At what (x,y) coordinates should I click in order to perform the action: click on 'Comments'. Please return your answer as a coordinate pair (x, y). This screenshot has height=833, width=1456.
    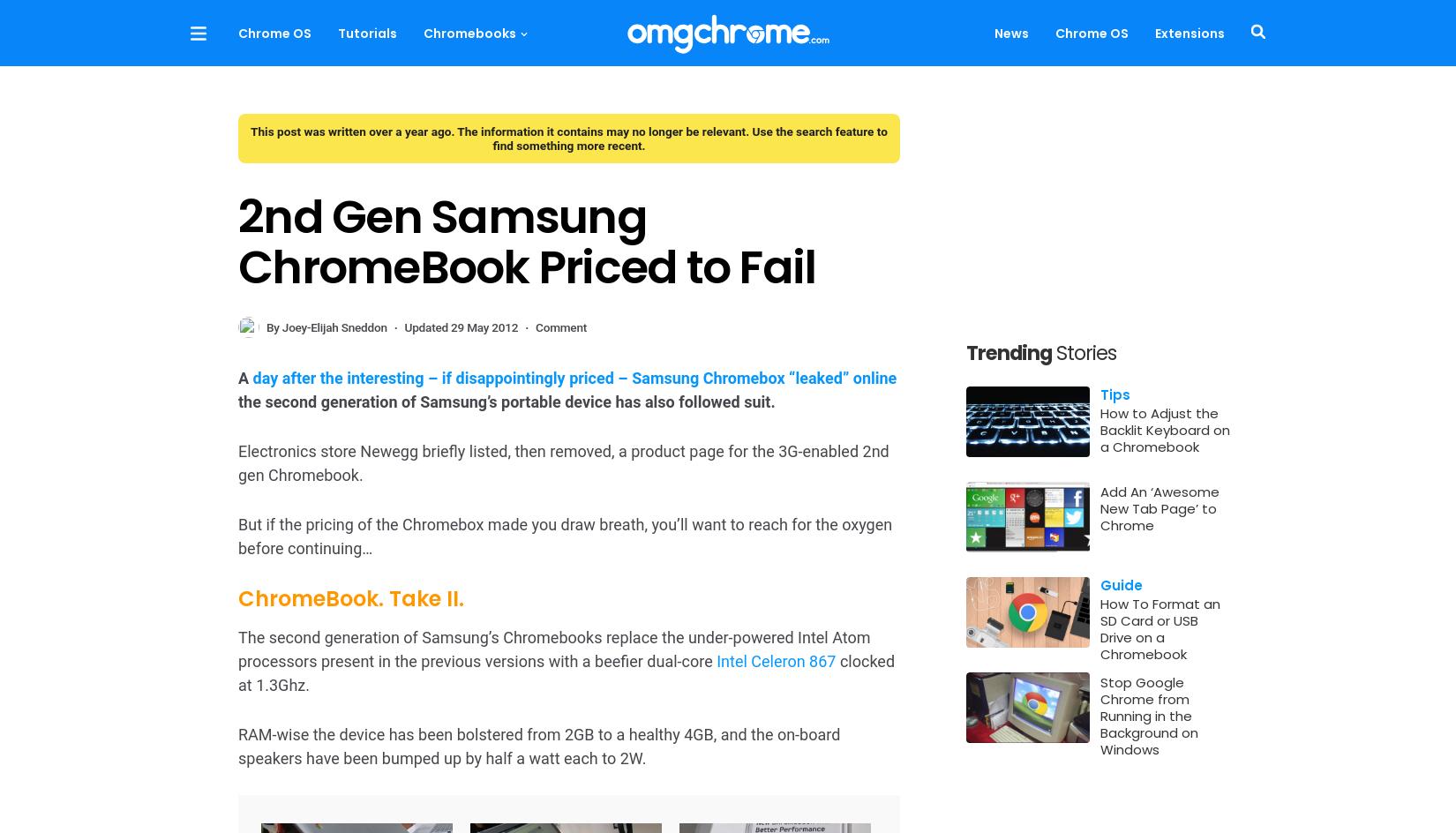
    Looking at the image, I should click on (1080, 641).